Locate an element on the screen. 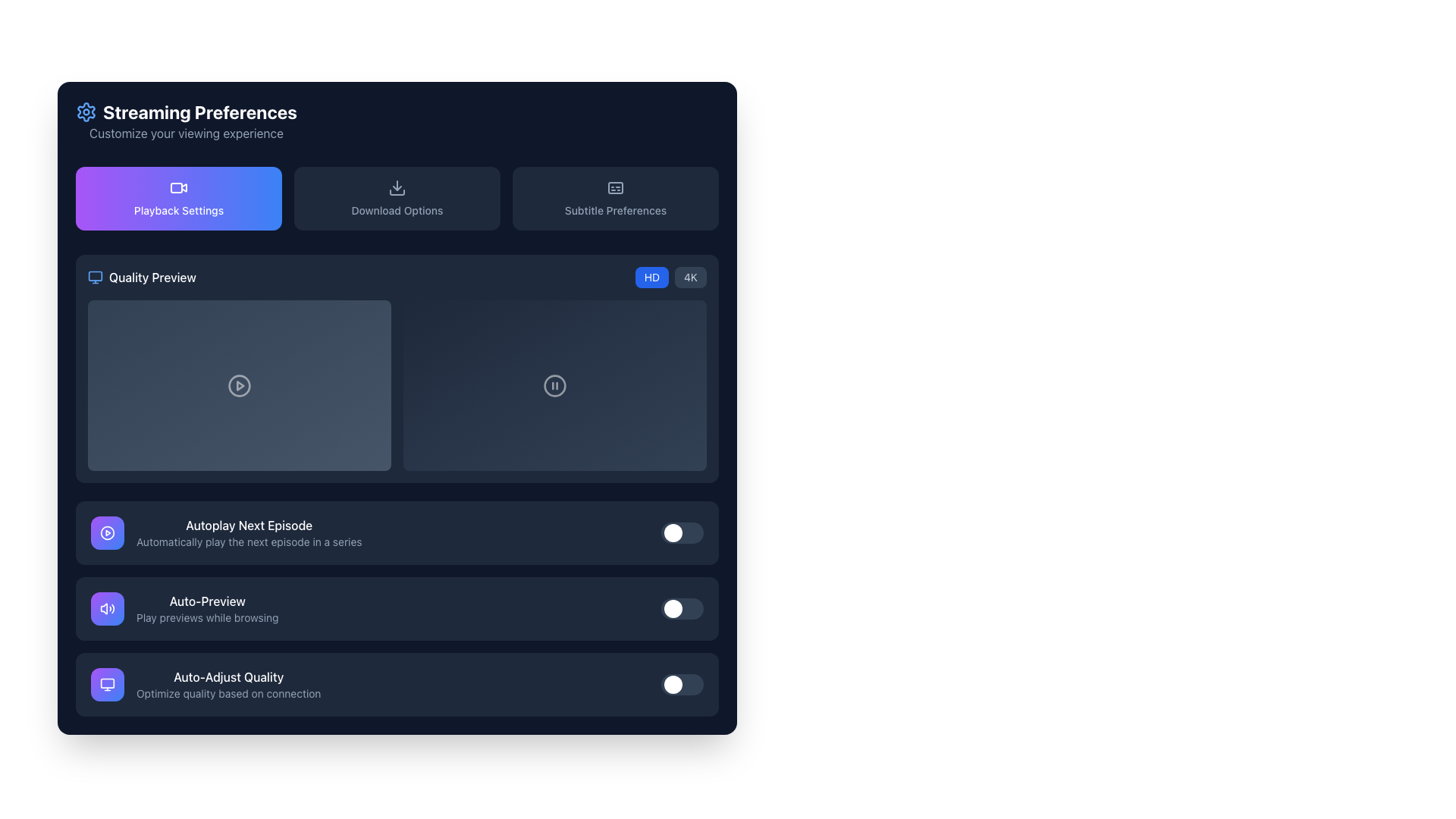 The width and height of the screenshot is (1456, 819). the SVG circle element that is part of the play button for the 'Autoplay Next Episode' setting section is located at coordinates (107, 532).